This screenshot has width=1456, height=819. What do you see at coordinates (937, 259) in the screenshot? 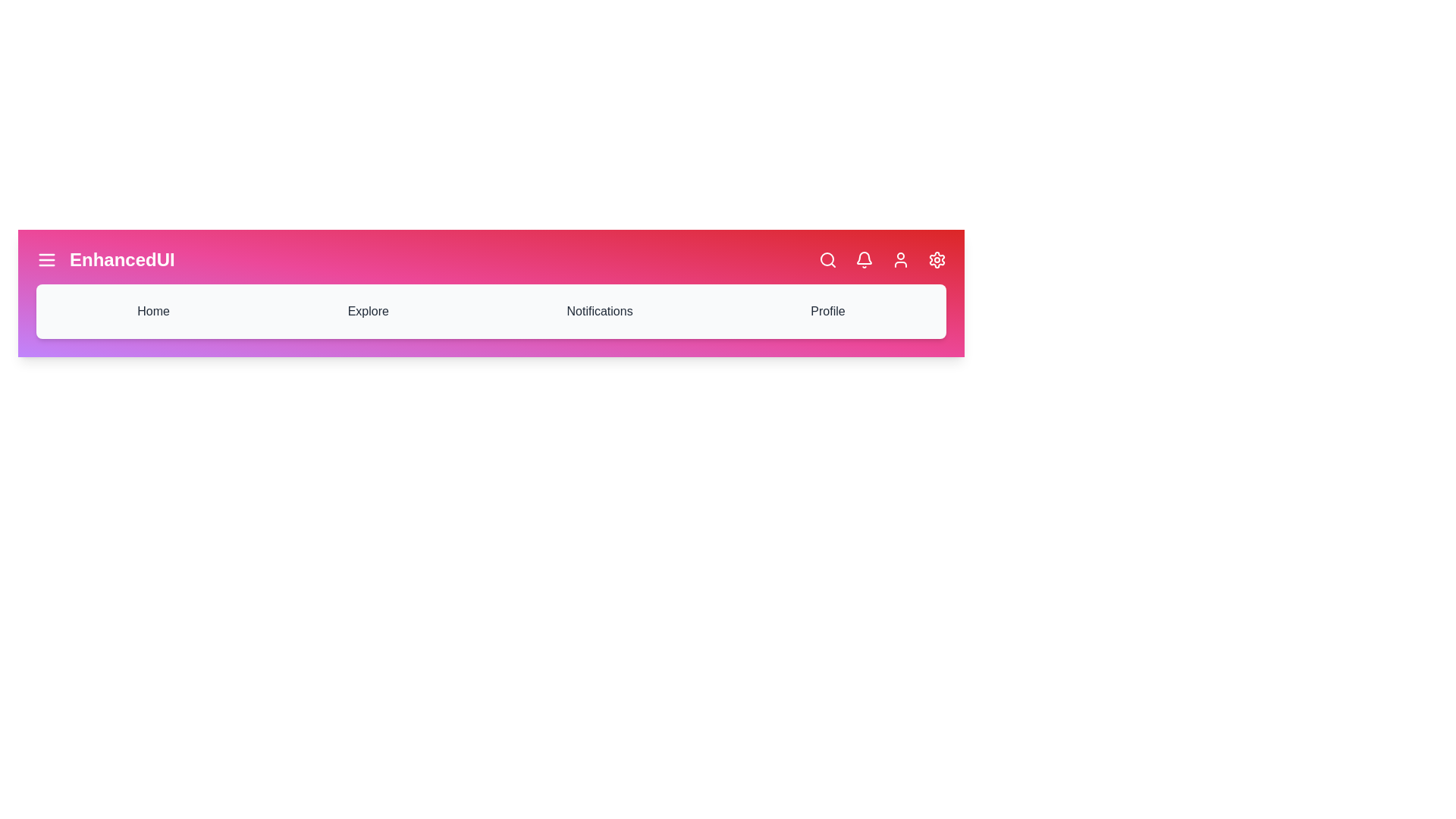
I see `the settings icon to open the settings menu` at bounding box center [937, 259].